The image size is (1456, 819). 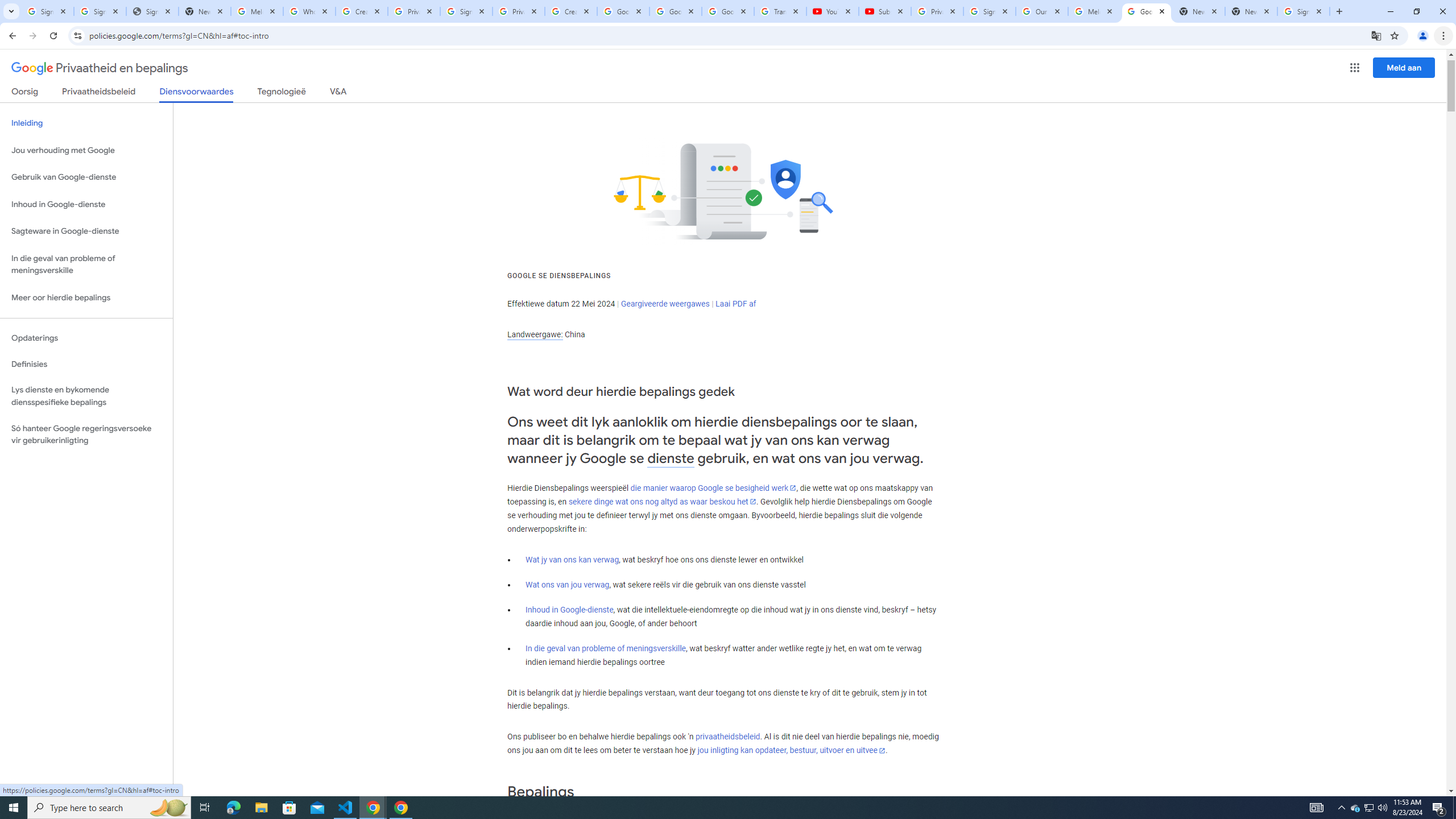 I want to click on 'Translate this page', so click(x=1376, y=35).